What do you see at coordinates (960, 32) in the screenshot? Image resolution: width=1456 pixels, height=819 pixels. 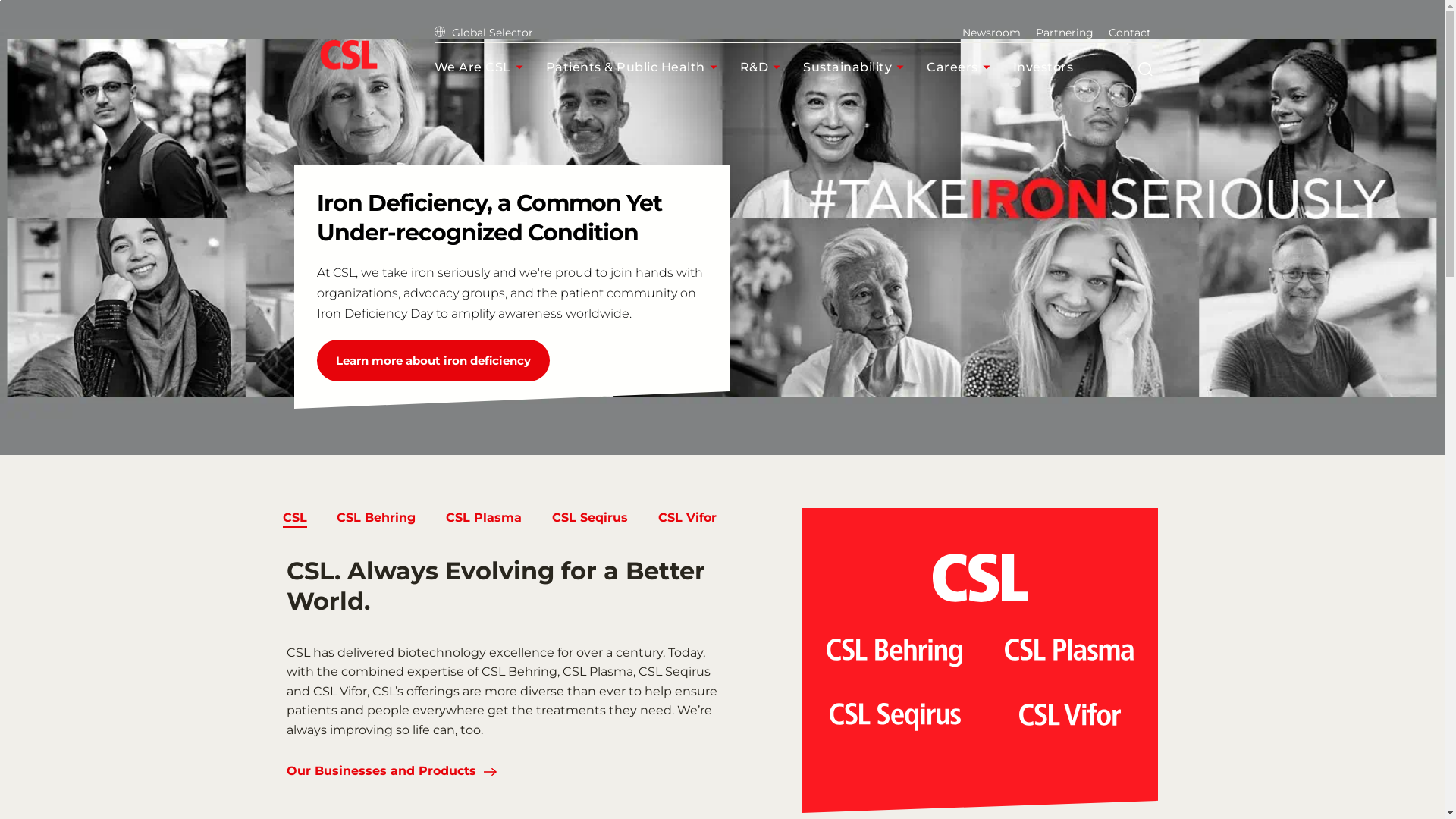 I see `'Newsroom'` at bounding box center [960, 32].